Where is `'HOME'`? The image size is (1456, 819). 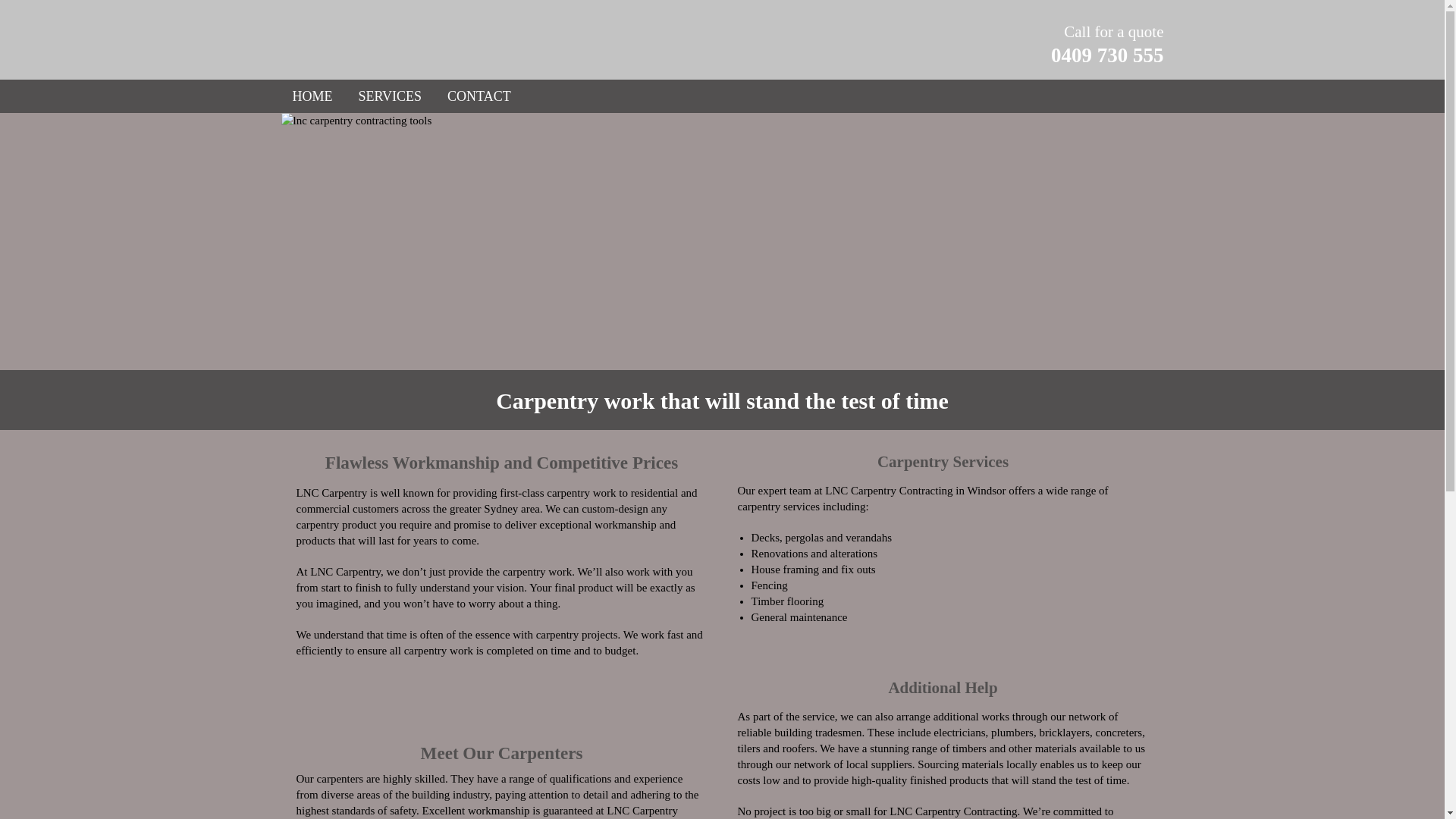 'HOME' is located at coordinates (312, 96).